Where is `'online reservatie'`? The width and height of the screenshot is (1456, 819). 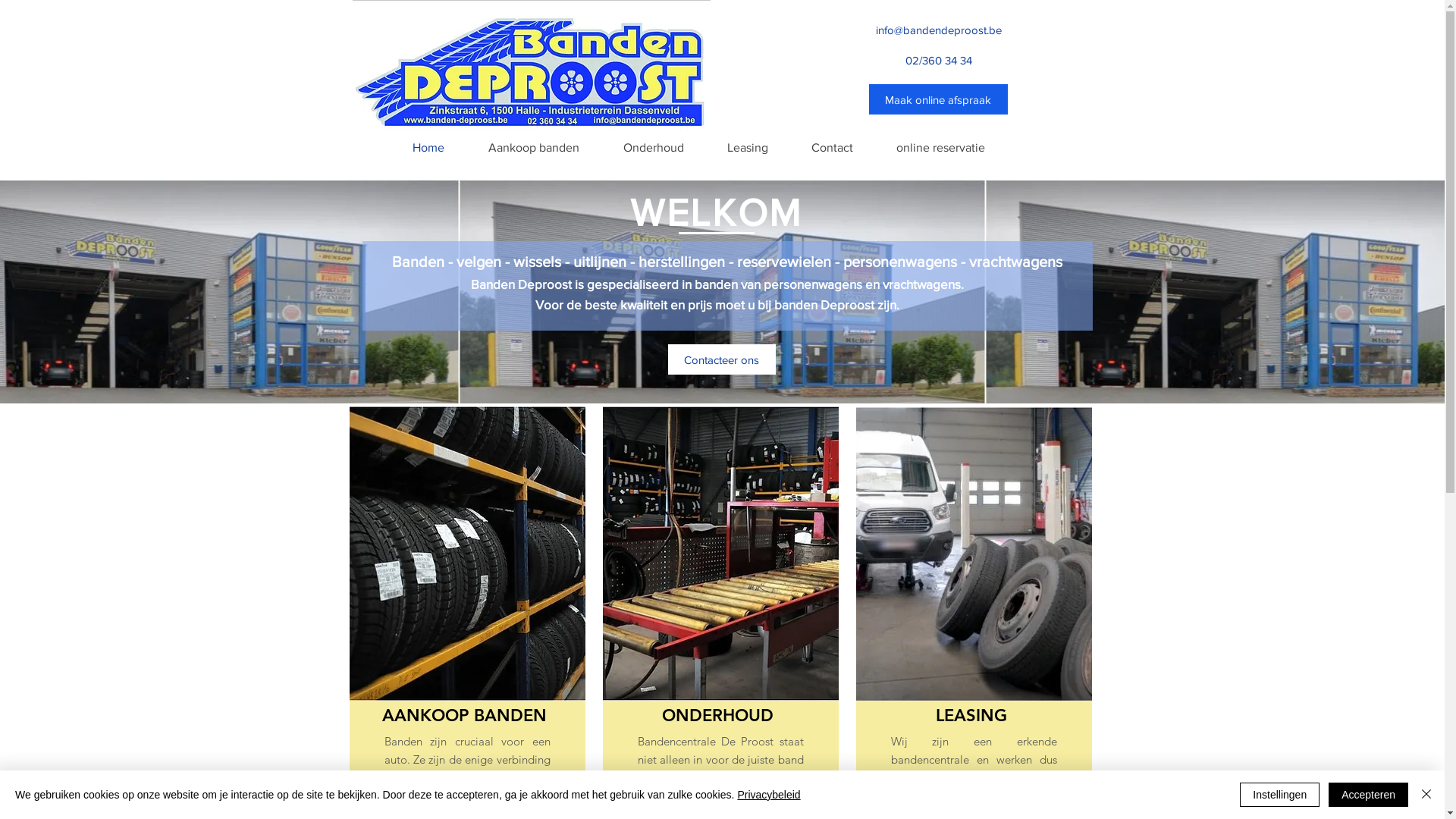
'online reservatie' is located at coordinates (940, 148).